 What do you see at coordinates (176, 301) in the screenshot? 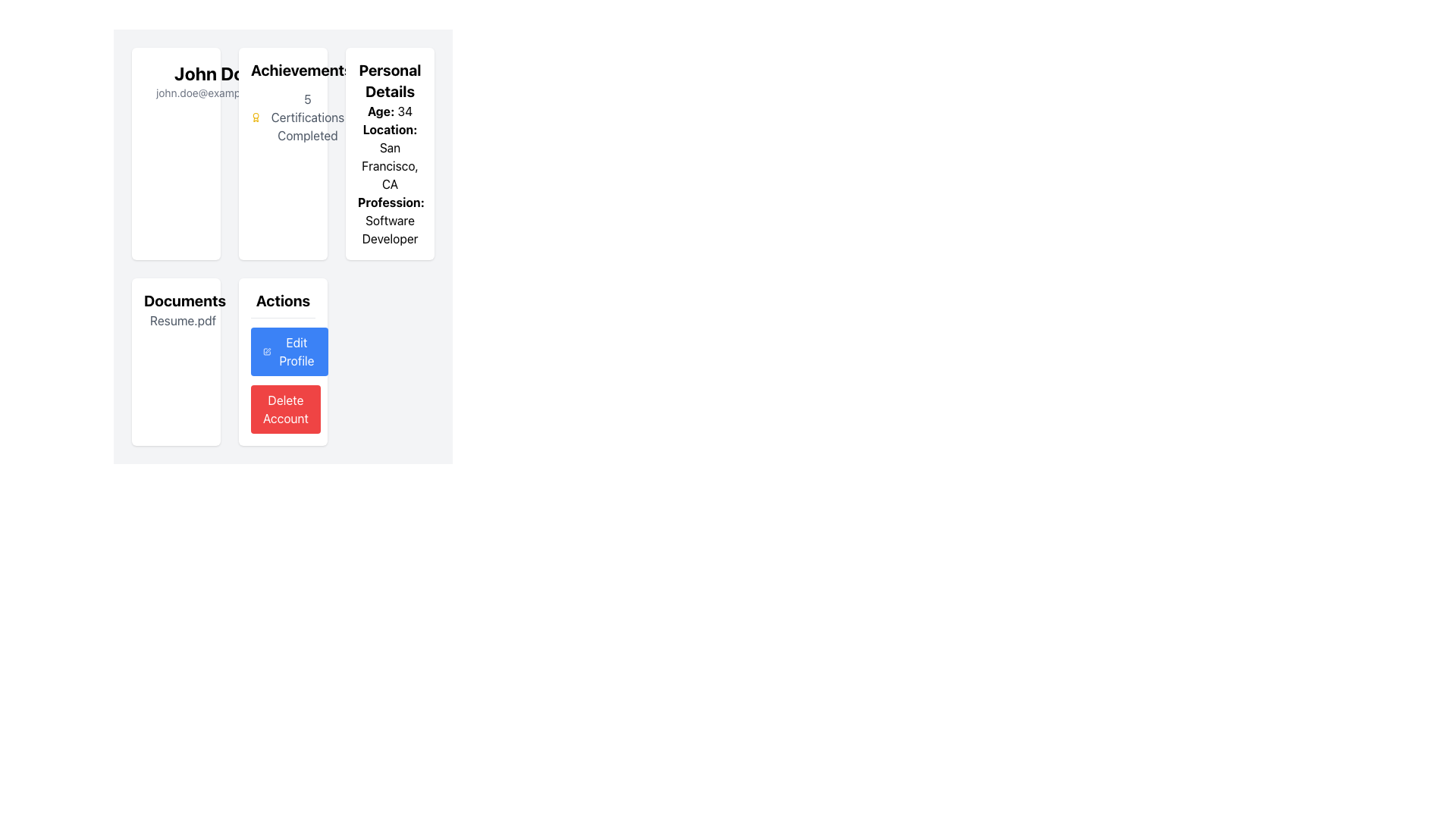
I see `the Text Label that serves as a title or heading for the section containing the document details` at bounding box center [176, 301].